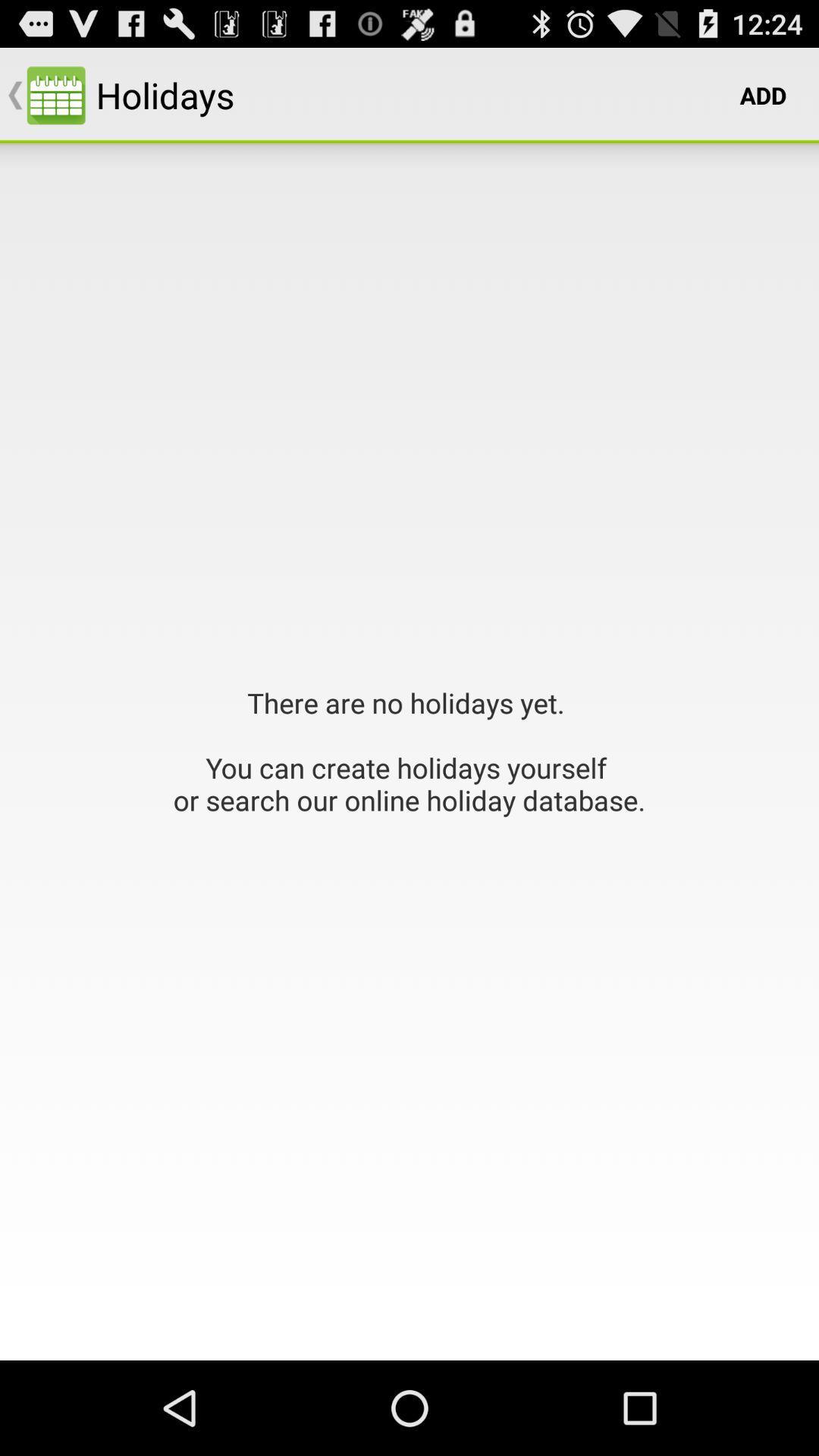 The image size is (819, 1456). I want to click on icon above there are no item, so click(763, 94).